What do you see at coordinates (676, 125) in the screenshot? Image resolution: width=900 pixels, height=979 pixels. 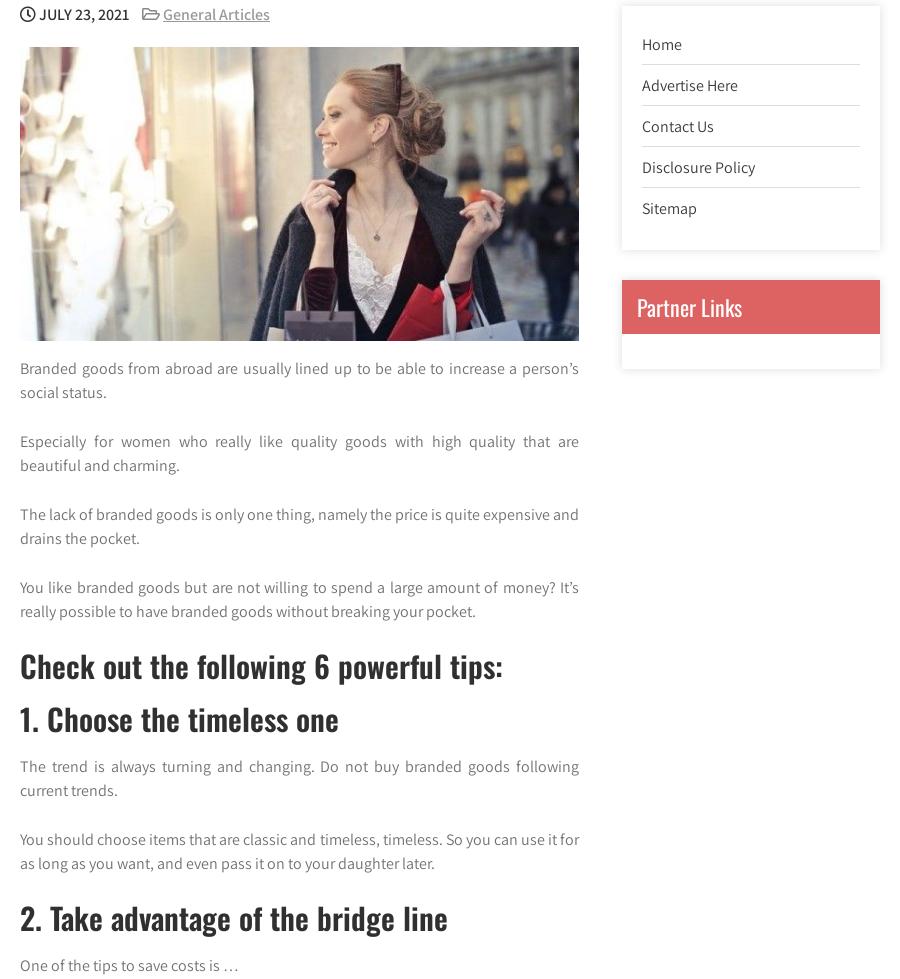 I see `'Contact Us'` at bounding box center [676, 125].